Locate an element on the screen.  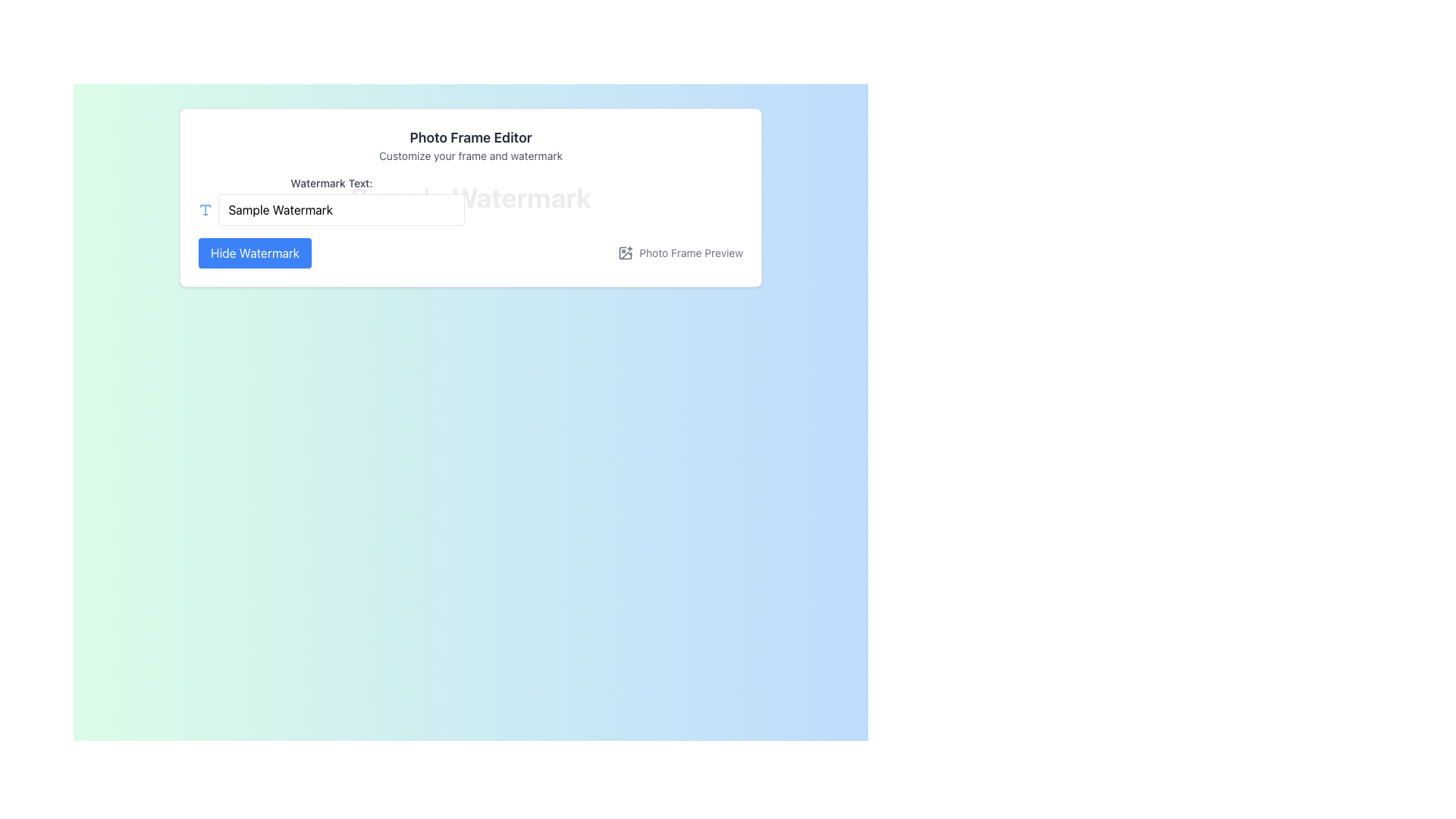
the text tool icon located to the immediate left of the text input field labeled 'Enter watermark text' is located at coordinates (204, 210).